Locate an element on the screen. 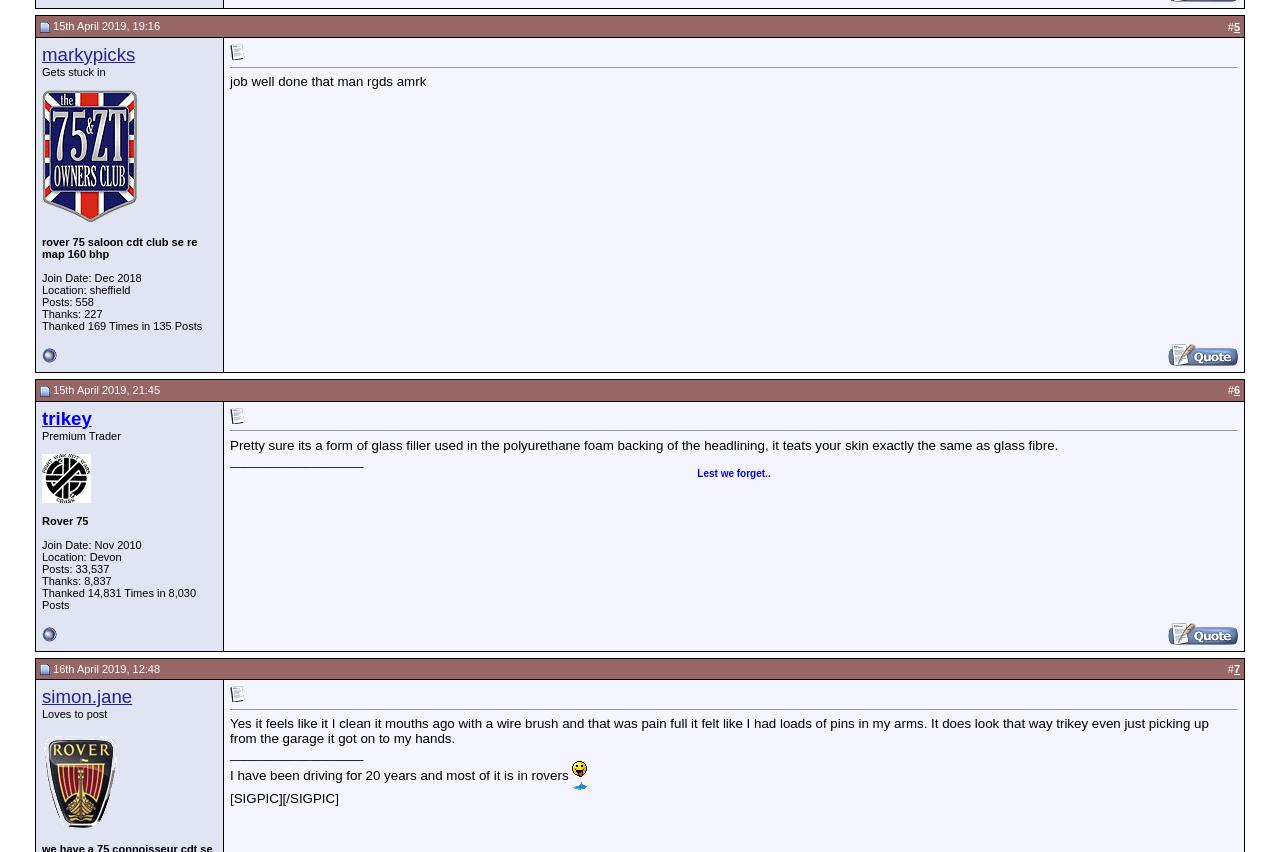 Image resolution: width=1280 pixels, height=852 pixels. '6' is located at coordinates (1235, 388).